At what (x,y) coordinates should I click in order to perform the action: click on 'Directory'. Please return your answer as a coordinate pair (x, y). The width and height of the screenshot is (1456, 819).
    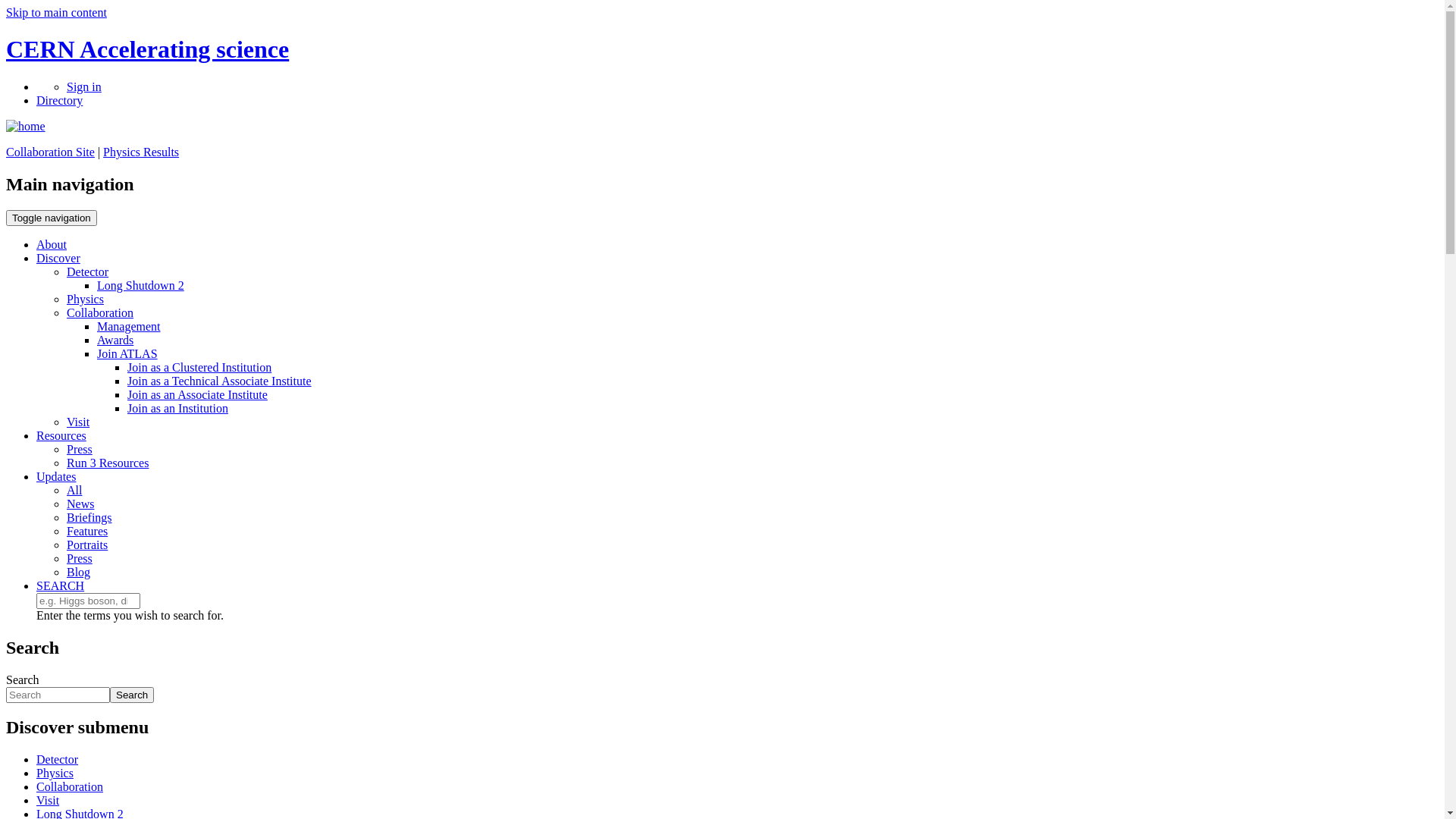
    Looking at the image, I should click on (59, 100).